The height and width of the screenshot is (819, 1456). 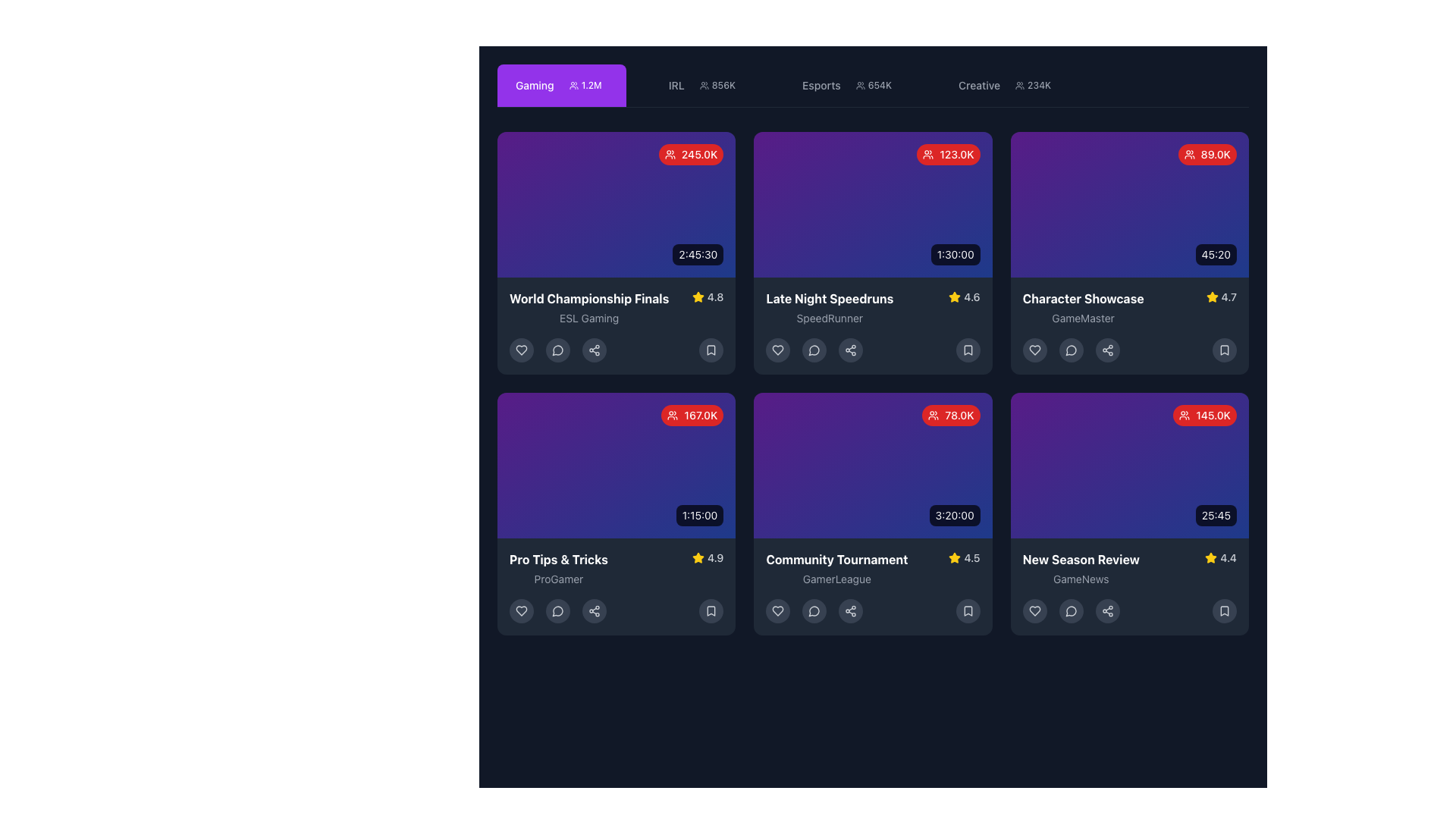 What do you see at coordinates (1107, 350) in the screenshot?
I see `the share icon button, which resembles a network node with interconnected circles and lines, located under the 'Character Showcase' card in the second row and third column of the grid` at bounding box center [1107, 350].